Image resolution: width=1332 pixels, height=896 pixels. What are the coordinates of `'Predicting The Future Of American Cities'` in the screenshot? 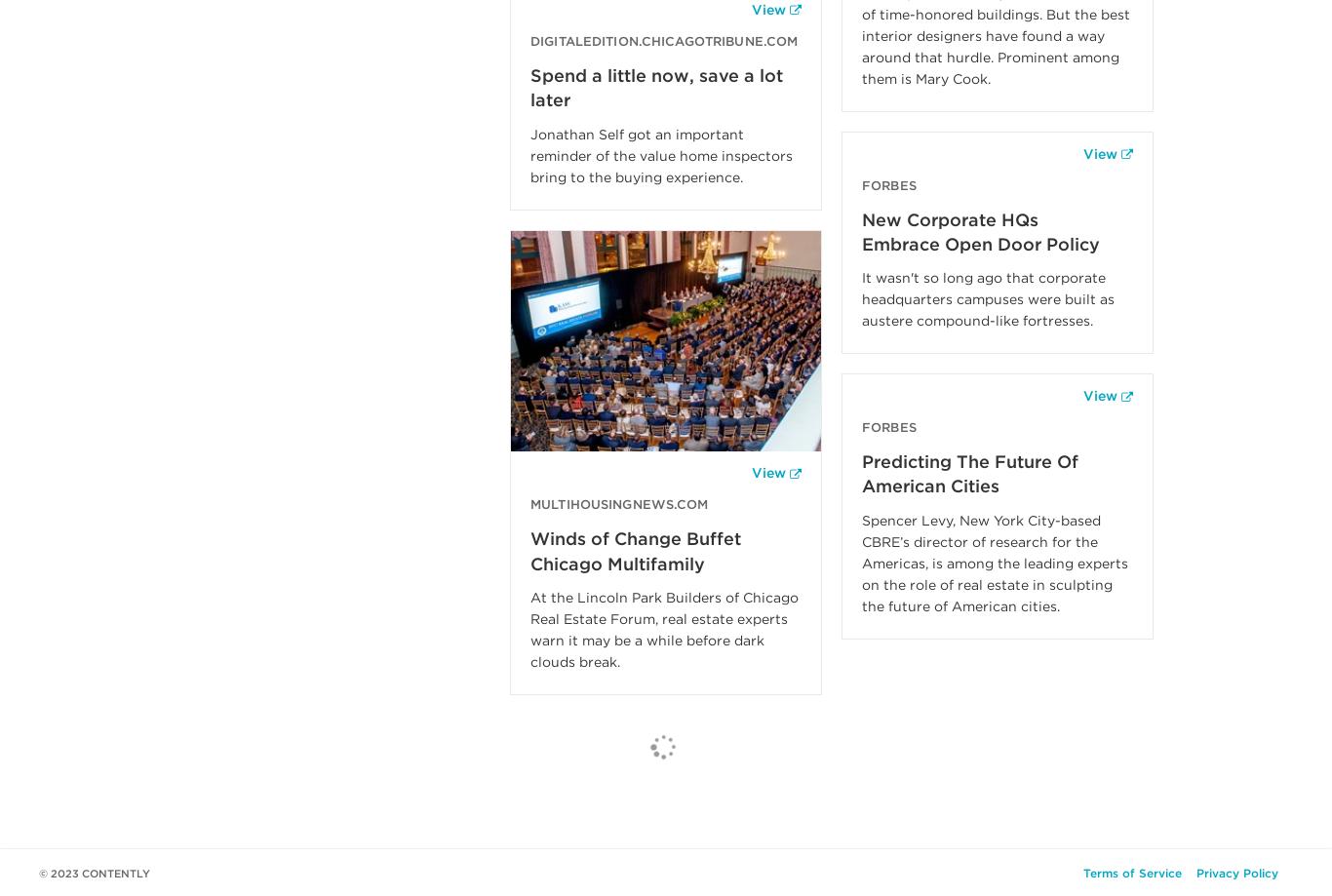 It's located at (860, 472).